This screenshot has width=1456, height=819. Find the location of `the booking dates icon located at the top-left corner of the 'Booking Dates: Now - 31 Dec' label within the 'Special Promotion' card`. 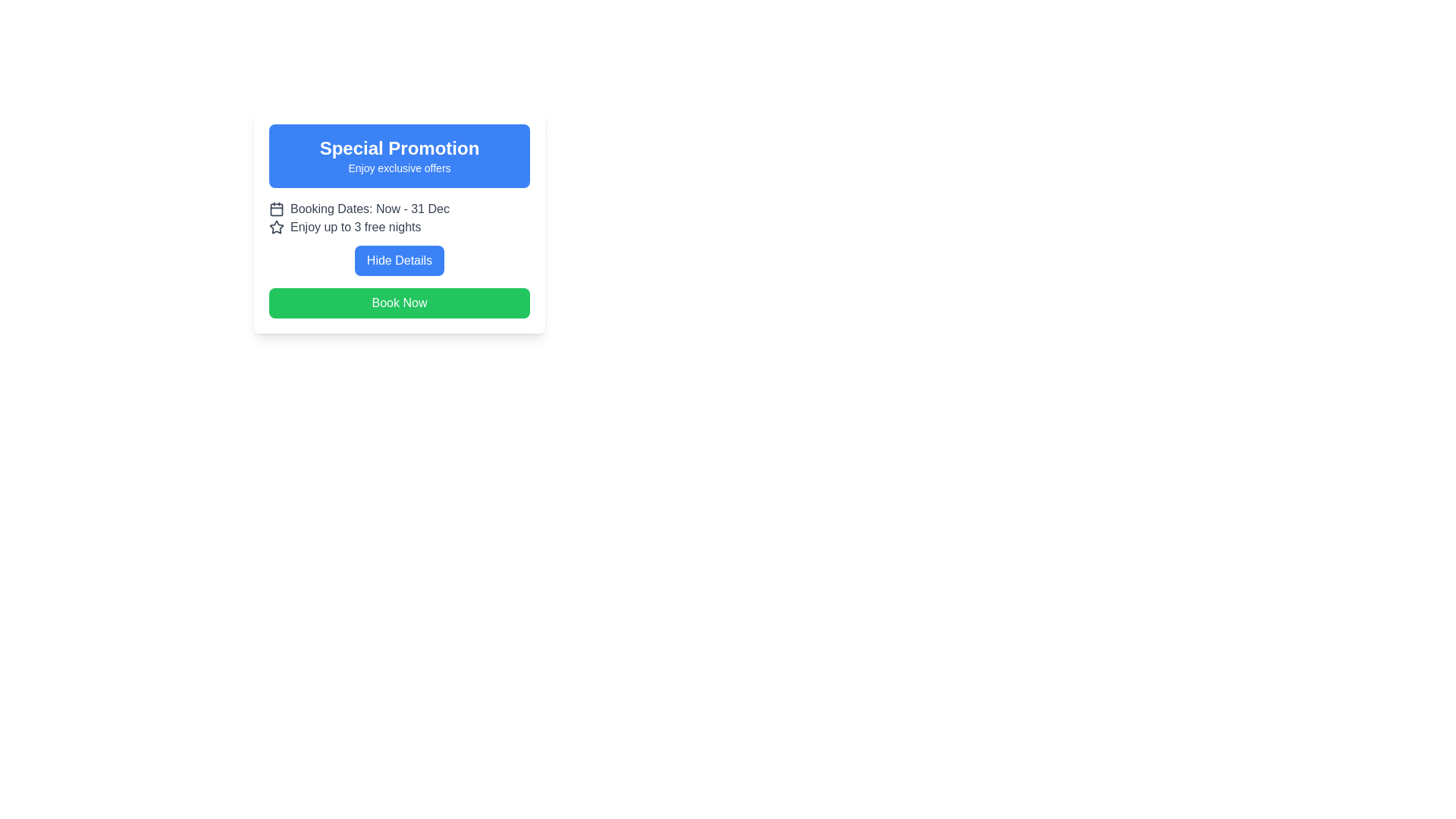

the booking dates icon located at the top-left corner of the 'Booking Dates: Now - 31 Dec' label within the 'Special Promotion' card is located at coordinates (276, 209).